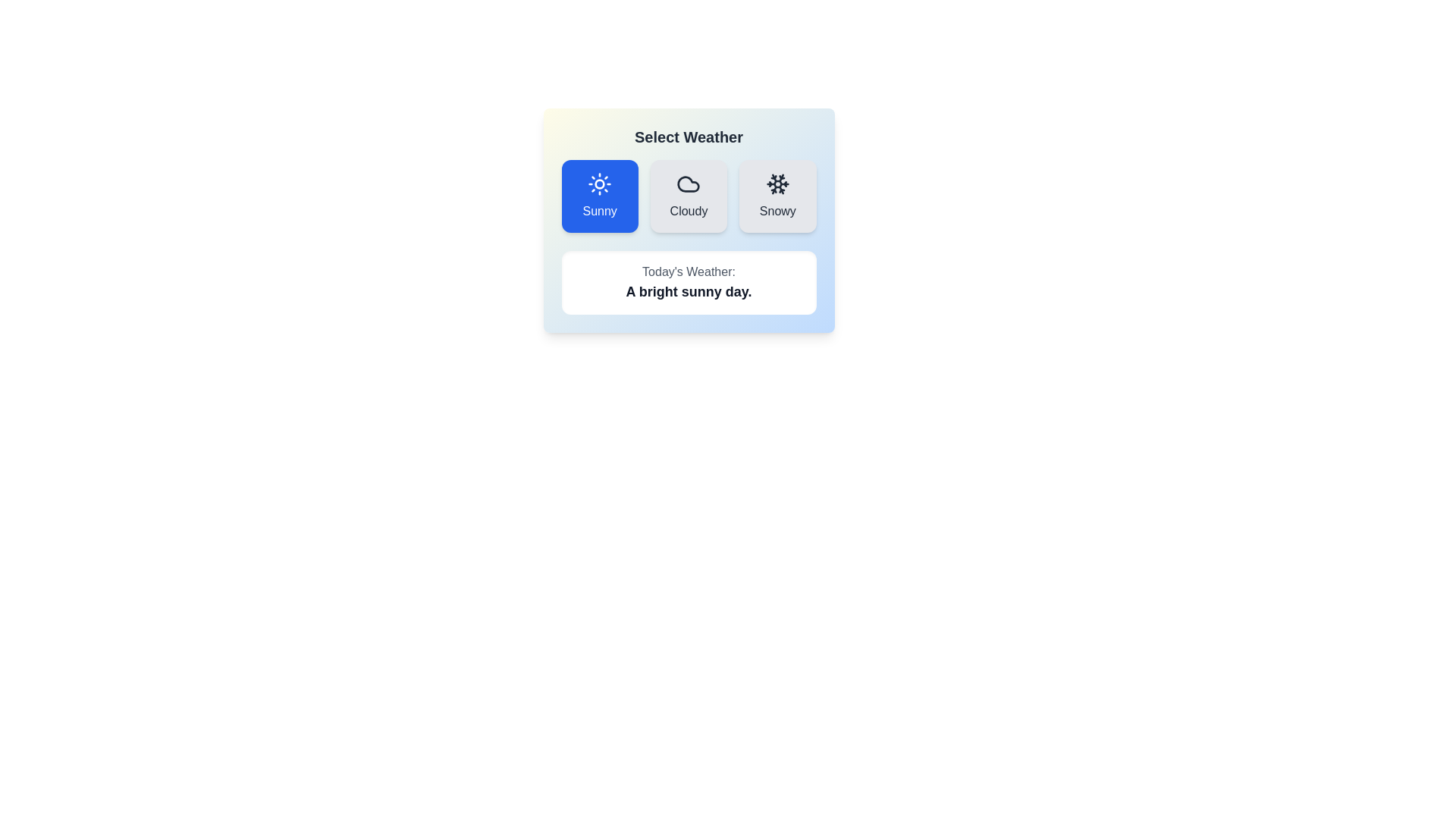 This screenshot has height=819, width=1456. What do you see at coordinates (777, 195) in the screenshot?
I see `the button corresponding to Snowy to select the desired weather` at bounding box center [777, 195].